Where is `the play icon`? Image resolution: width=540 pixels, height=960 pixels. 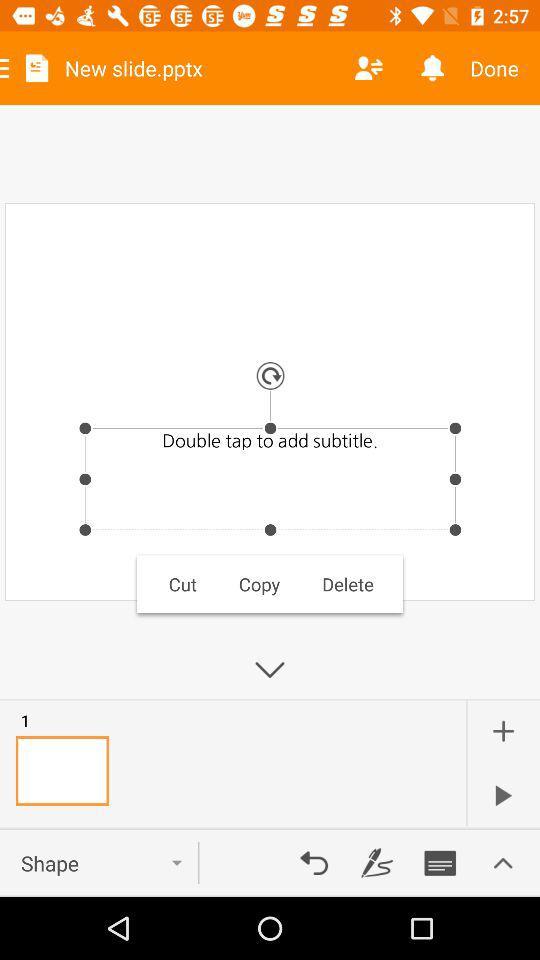
the play icon is located at coordinates (502, 795).